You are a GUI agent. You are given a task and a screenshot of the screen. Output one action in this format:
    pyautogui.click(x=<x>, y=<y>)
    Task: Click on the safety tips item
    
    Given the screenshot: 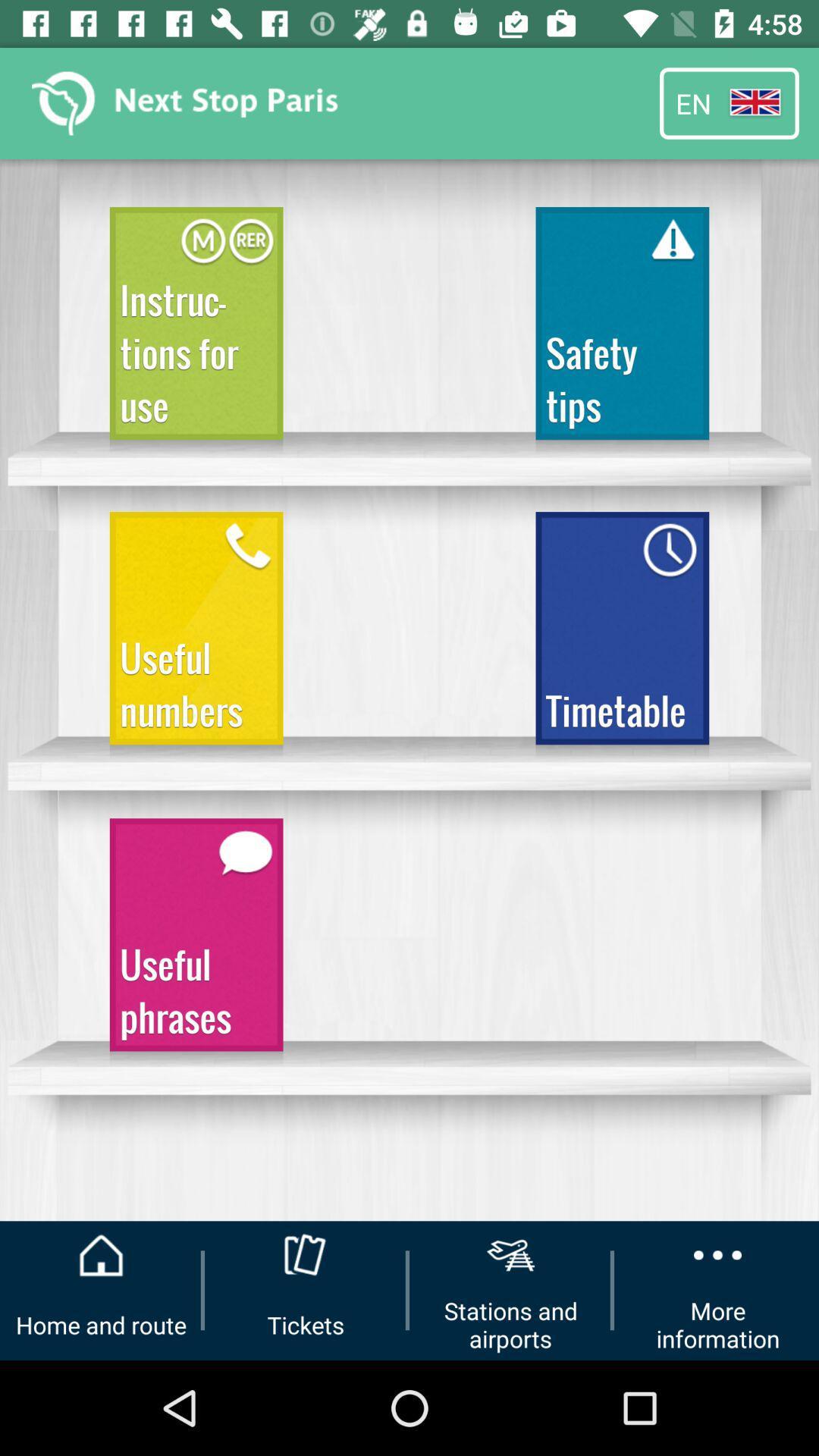 What is the action you would take?
    pyautogui.click(x=622, y=329)
    